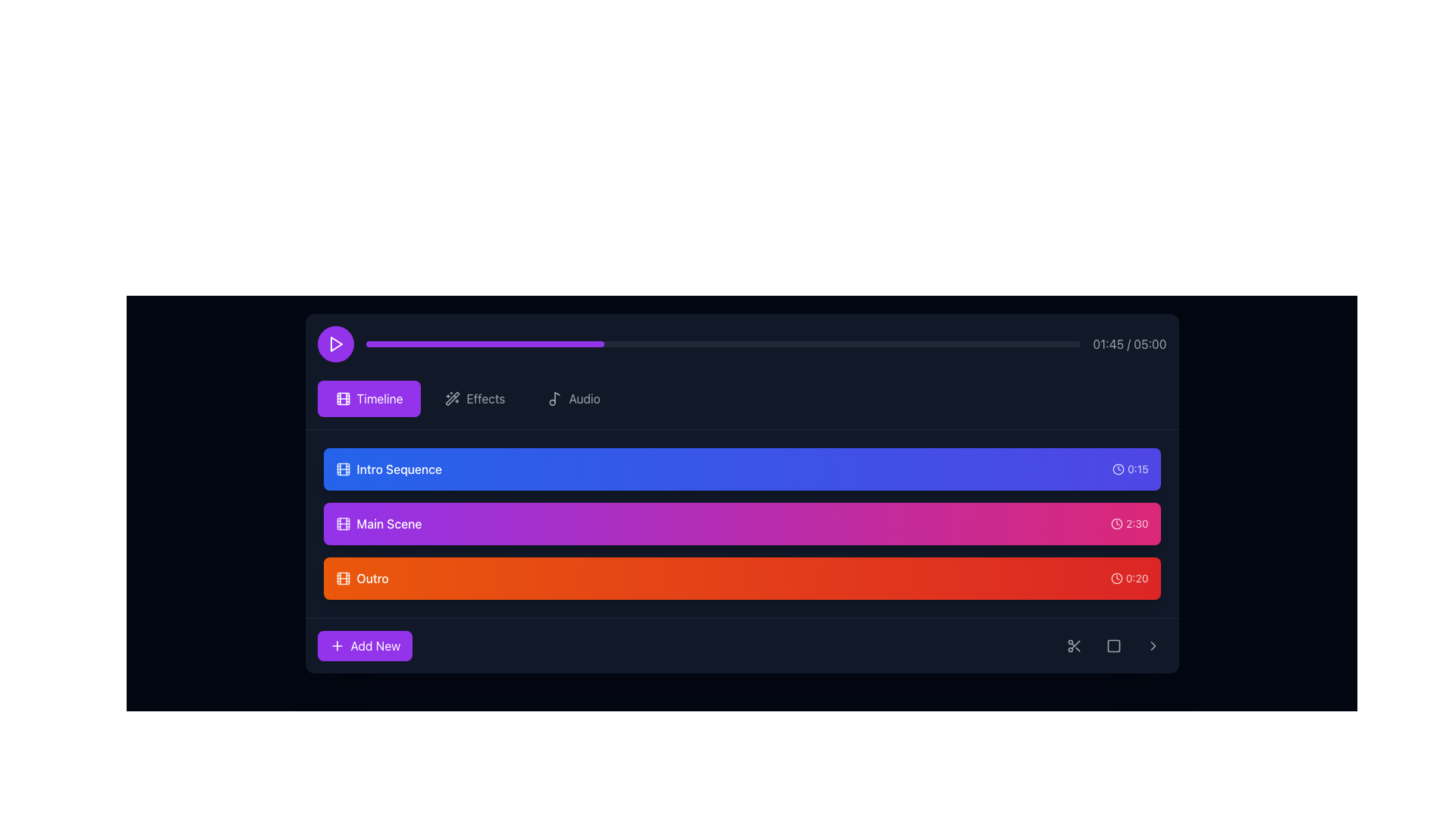 The height and width of the screenshot is (819, 1456). I want to click on the 'Main Scene' interactive block, so click(742, 522).